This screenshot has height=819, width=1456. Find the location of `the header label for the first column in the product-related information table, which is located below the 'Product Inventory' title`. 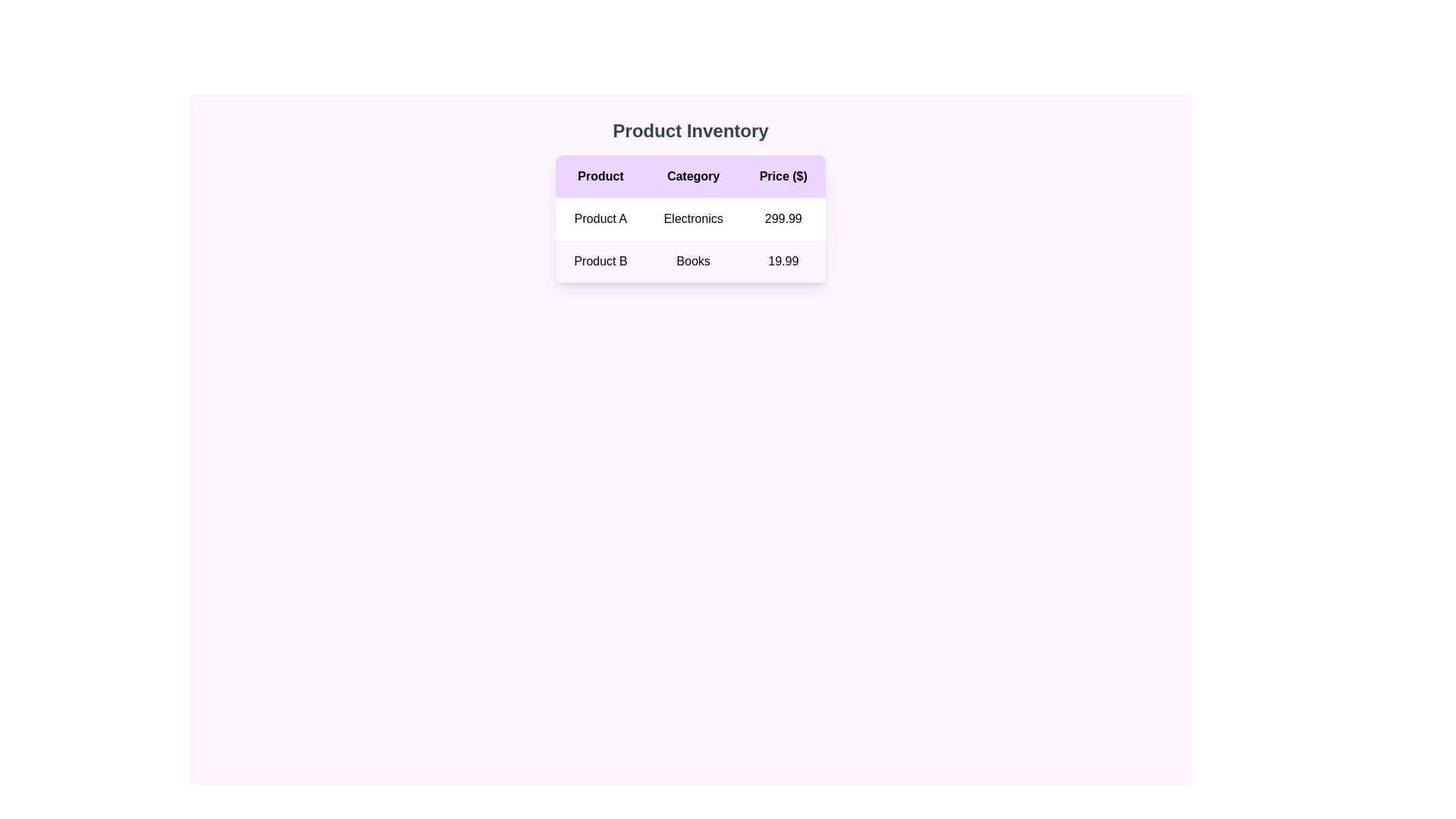

the header label for the first column in the product-related information table, which is located below the 'Product Inventory' title is located at coordinates (600, 175).